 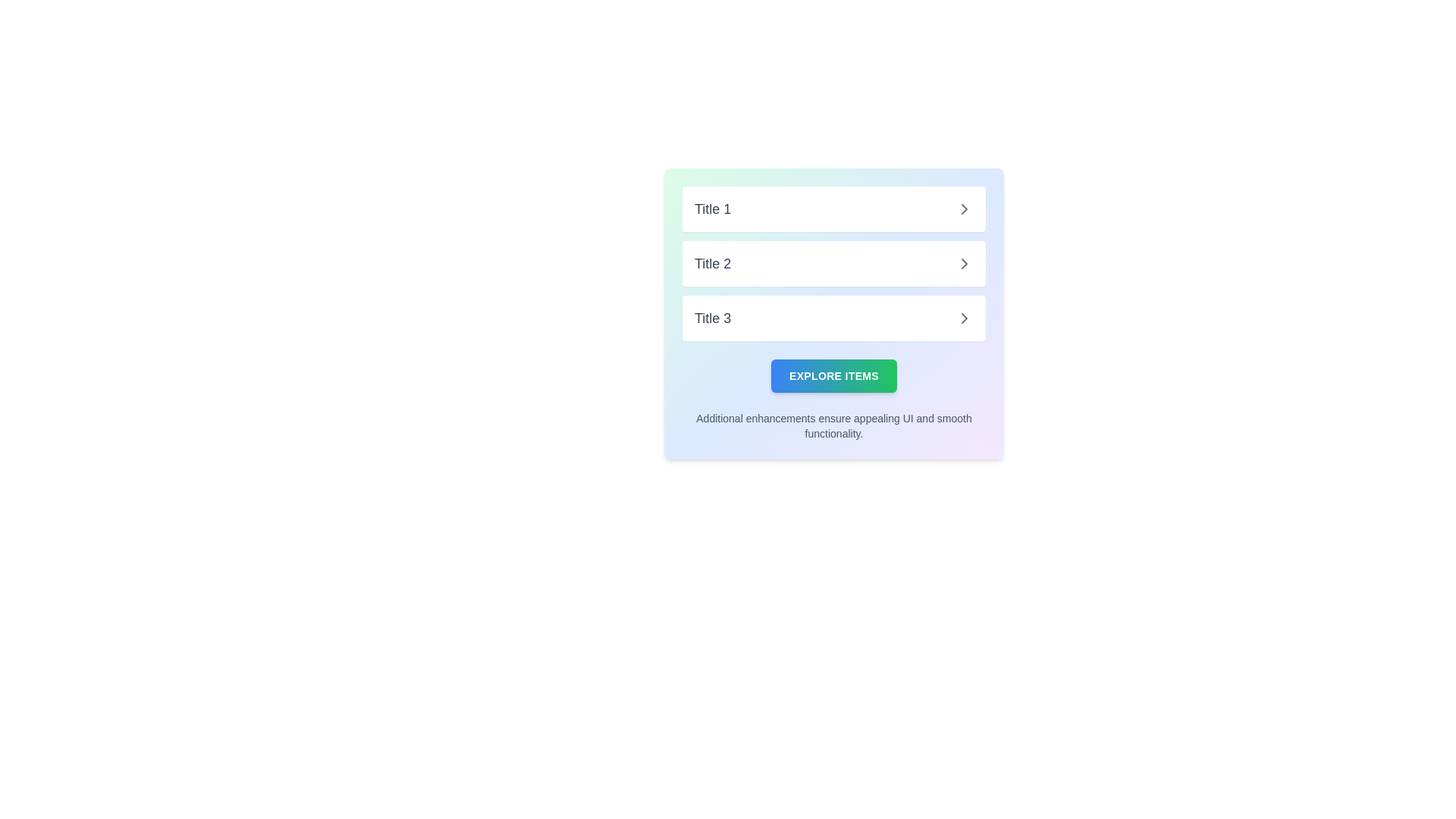 I want to click on the right-facing chevron arrow icon adjacent to the 'Title 2' item in the list of titles, so click(x=964, y=262).